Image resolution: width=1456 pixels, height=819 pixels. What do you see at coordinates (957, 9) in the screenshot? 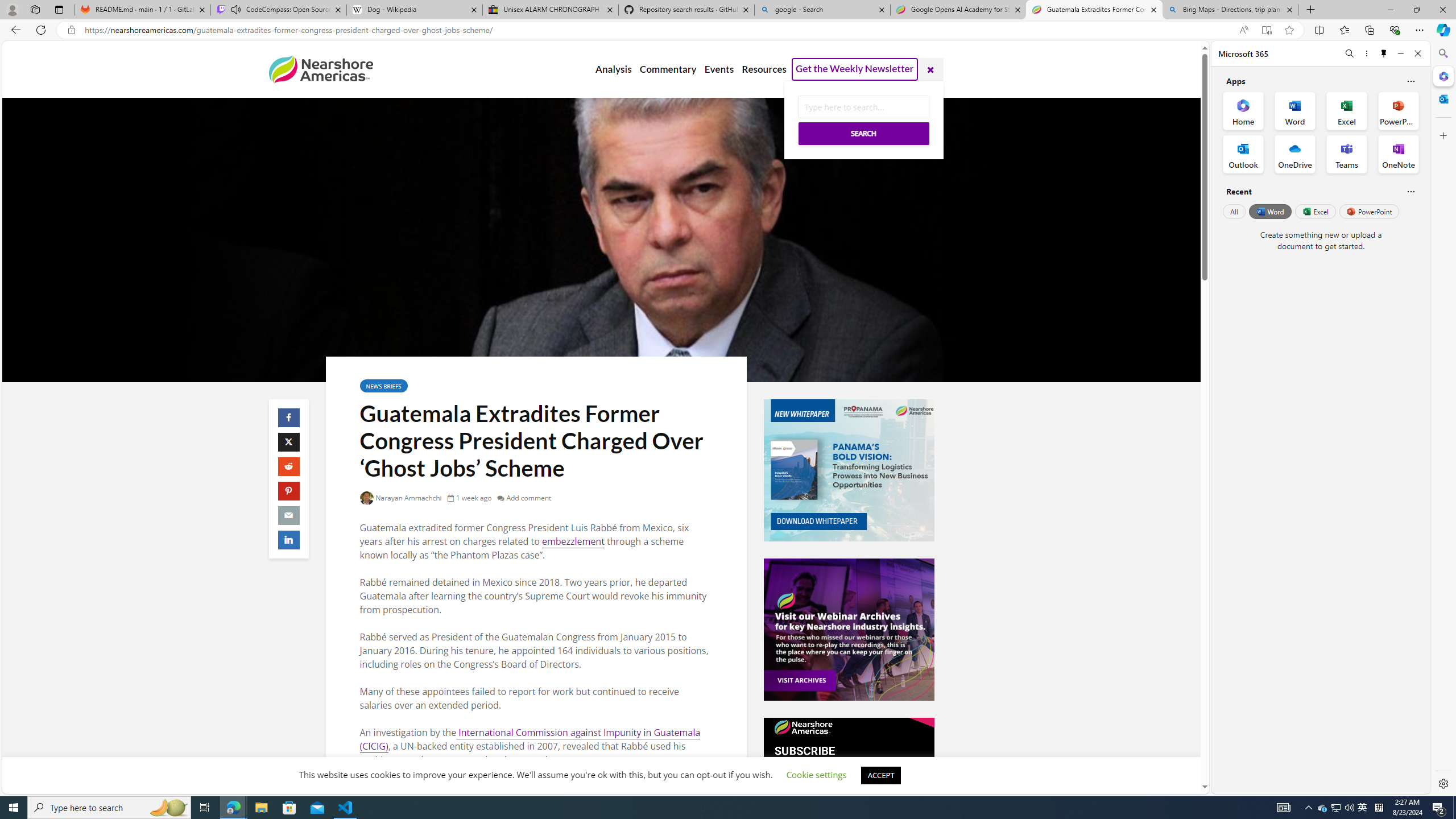
I see `'Google Opens AI Academy for Startups - Nearshore Americas'` at bounding box center [957, 9].